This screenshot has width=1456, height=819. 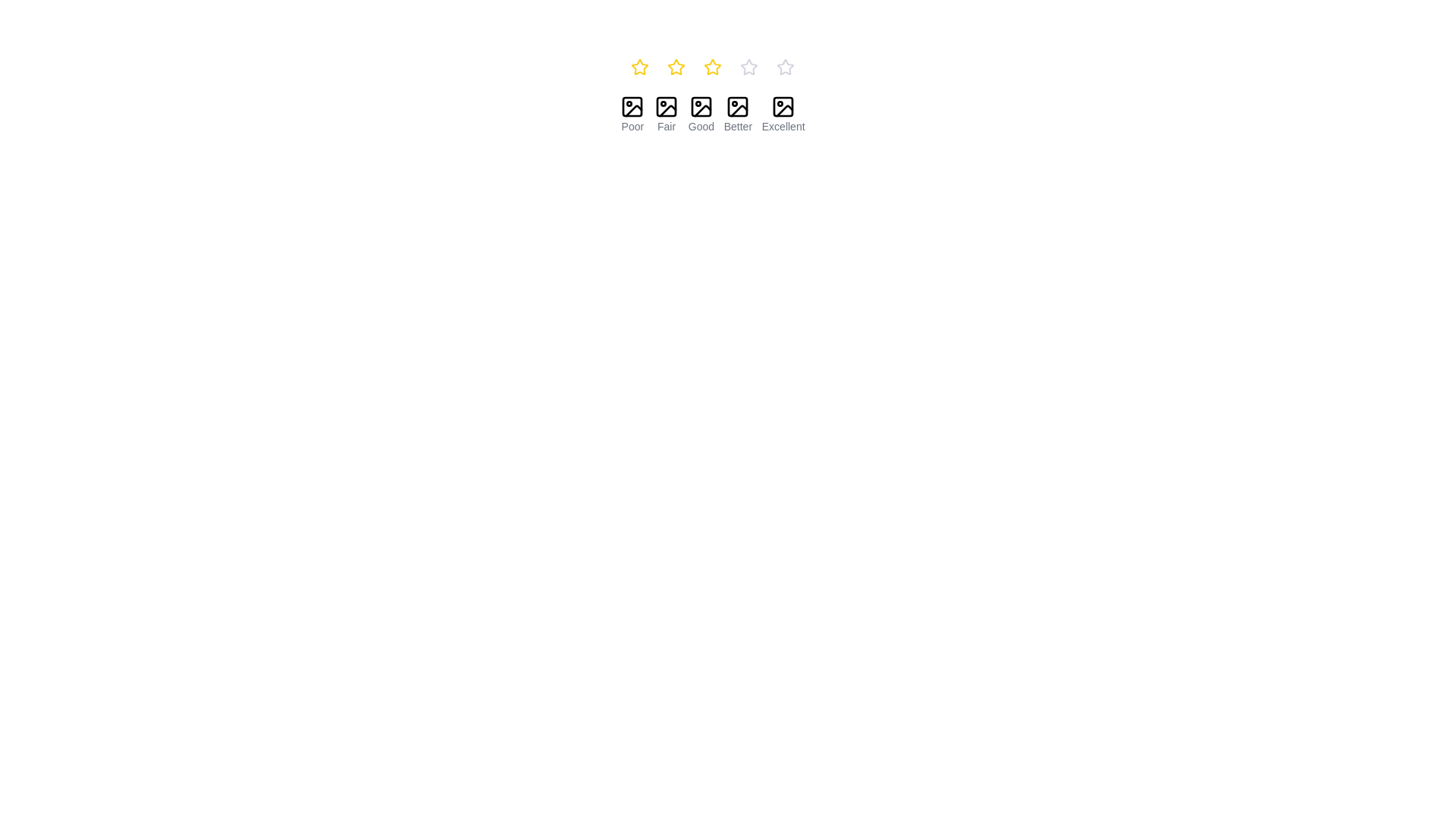 I want to click on the 'Better' rating option, which is the fourth item in a horizontal layout of five rating options, so click(x=738, y=113).